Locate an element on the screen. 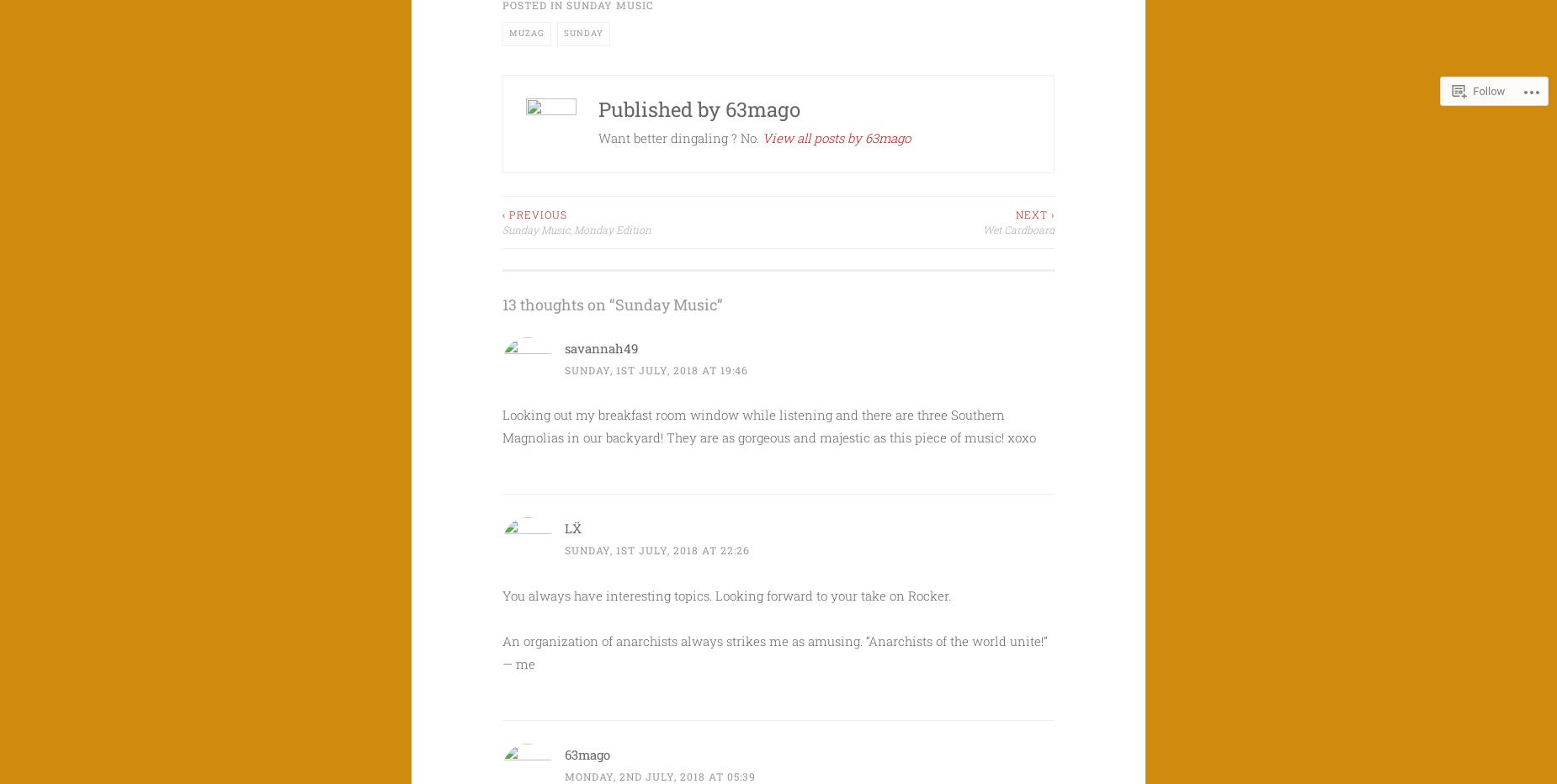 The image size is (1557, 784). 'Want better dingaling ? No.' is located at coordinates (680, 136).